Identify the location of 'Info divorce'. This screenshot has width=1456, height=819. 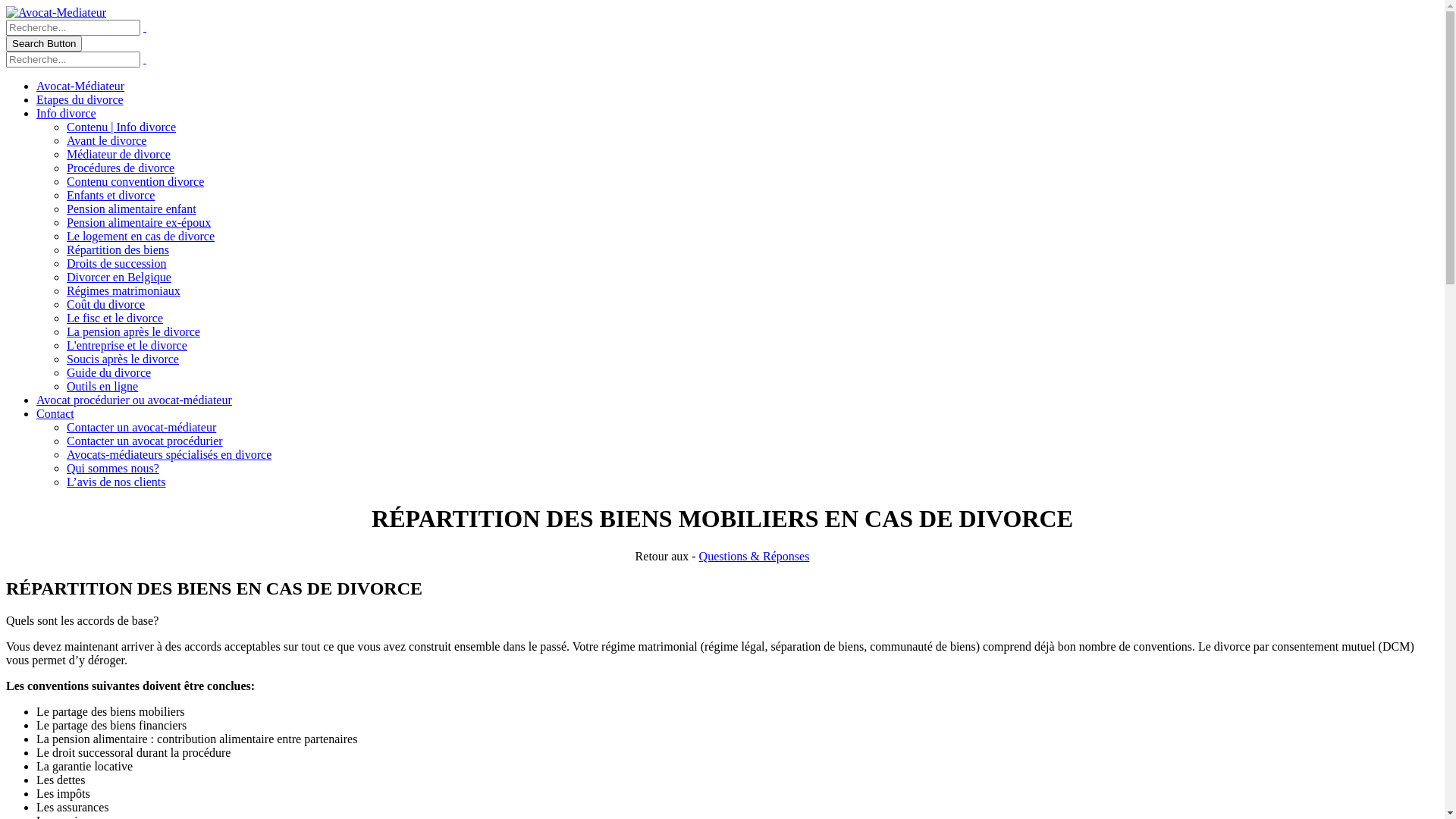
(65, 112).